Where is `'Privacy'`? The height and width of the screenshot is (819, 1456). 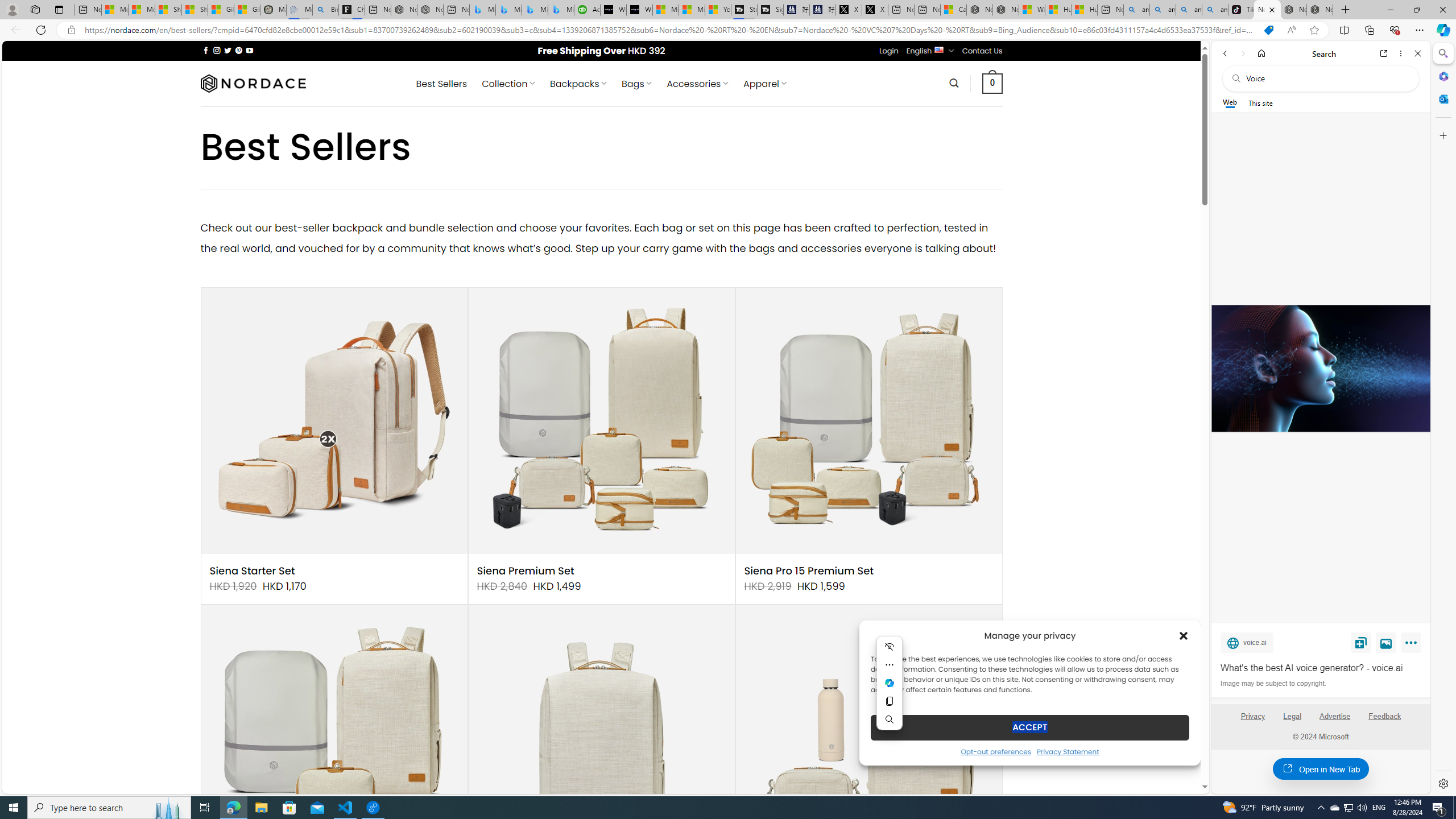 'Privacy' is located at coordinates (1252, 716).